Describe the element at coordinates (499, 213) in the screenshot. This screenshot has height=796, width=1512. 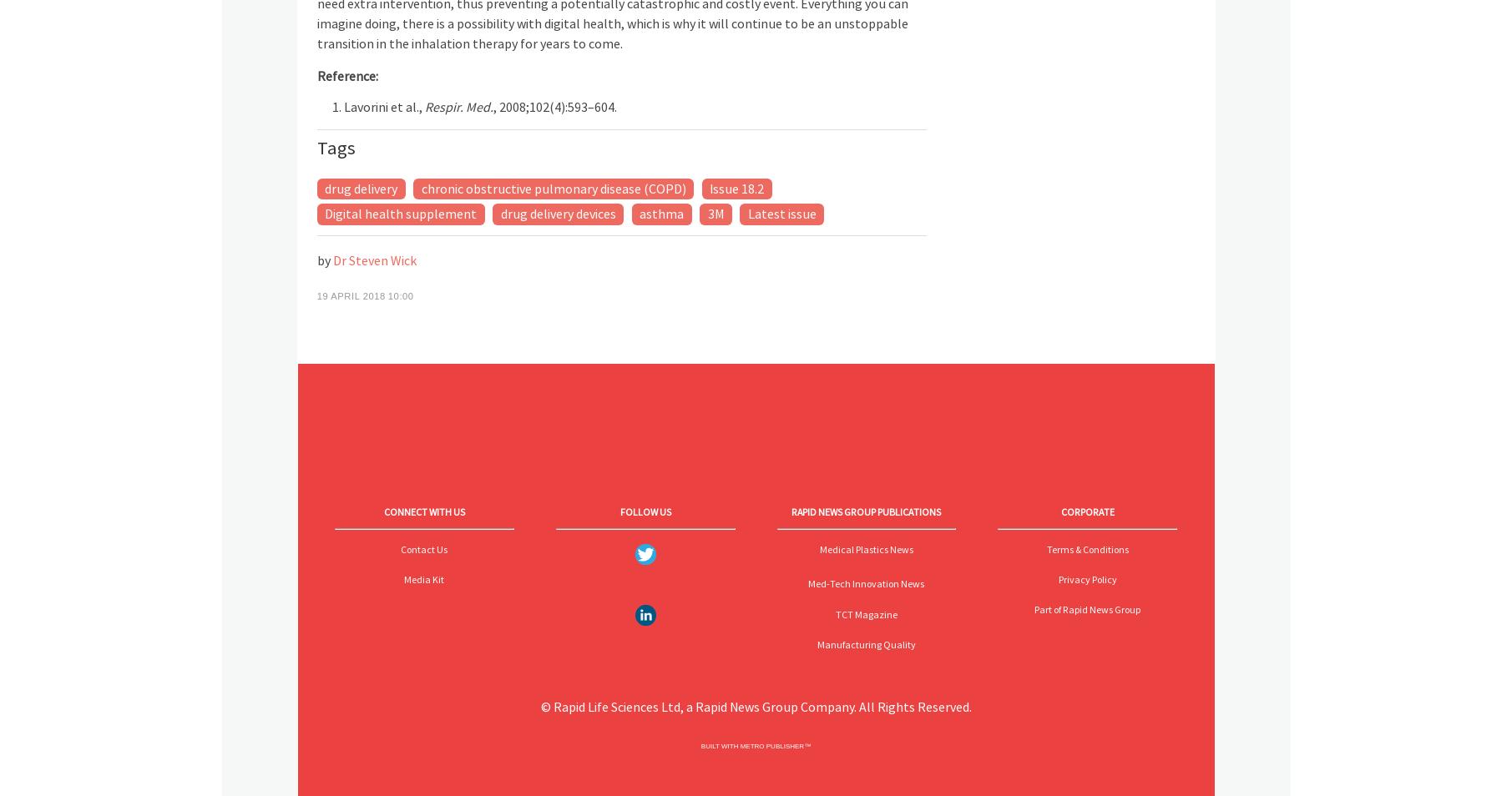
I see `'drug delivery devices'` at that location.